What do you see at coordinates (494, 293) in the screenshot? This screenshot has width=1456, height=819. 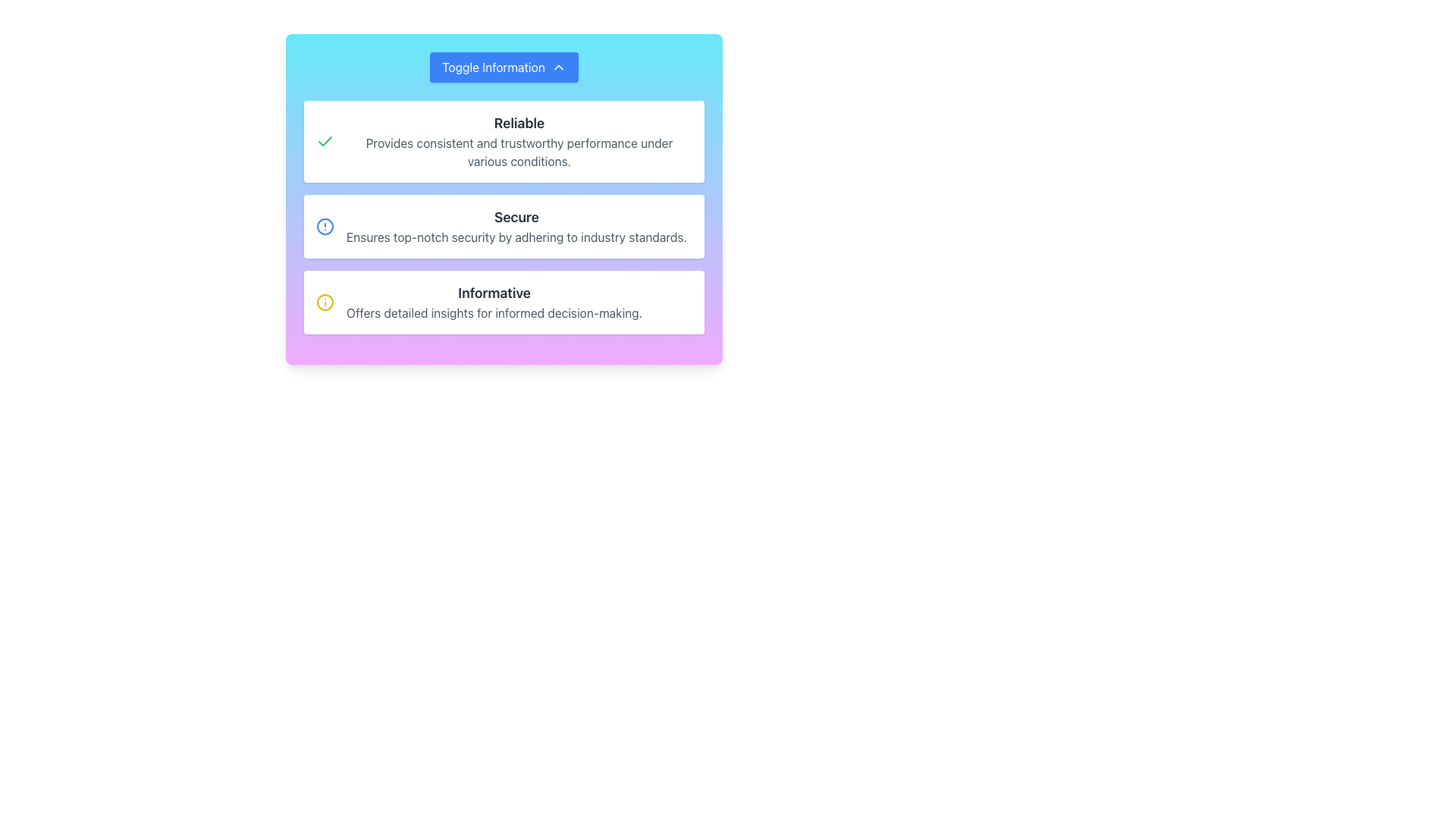 I see `the 'Informative' label, which is a bold, large-sized text element styled in a darker shade of gray, located at the top of a section containing descriptive text` at bounding box center [494, 293].